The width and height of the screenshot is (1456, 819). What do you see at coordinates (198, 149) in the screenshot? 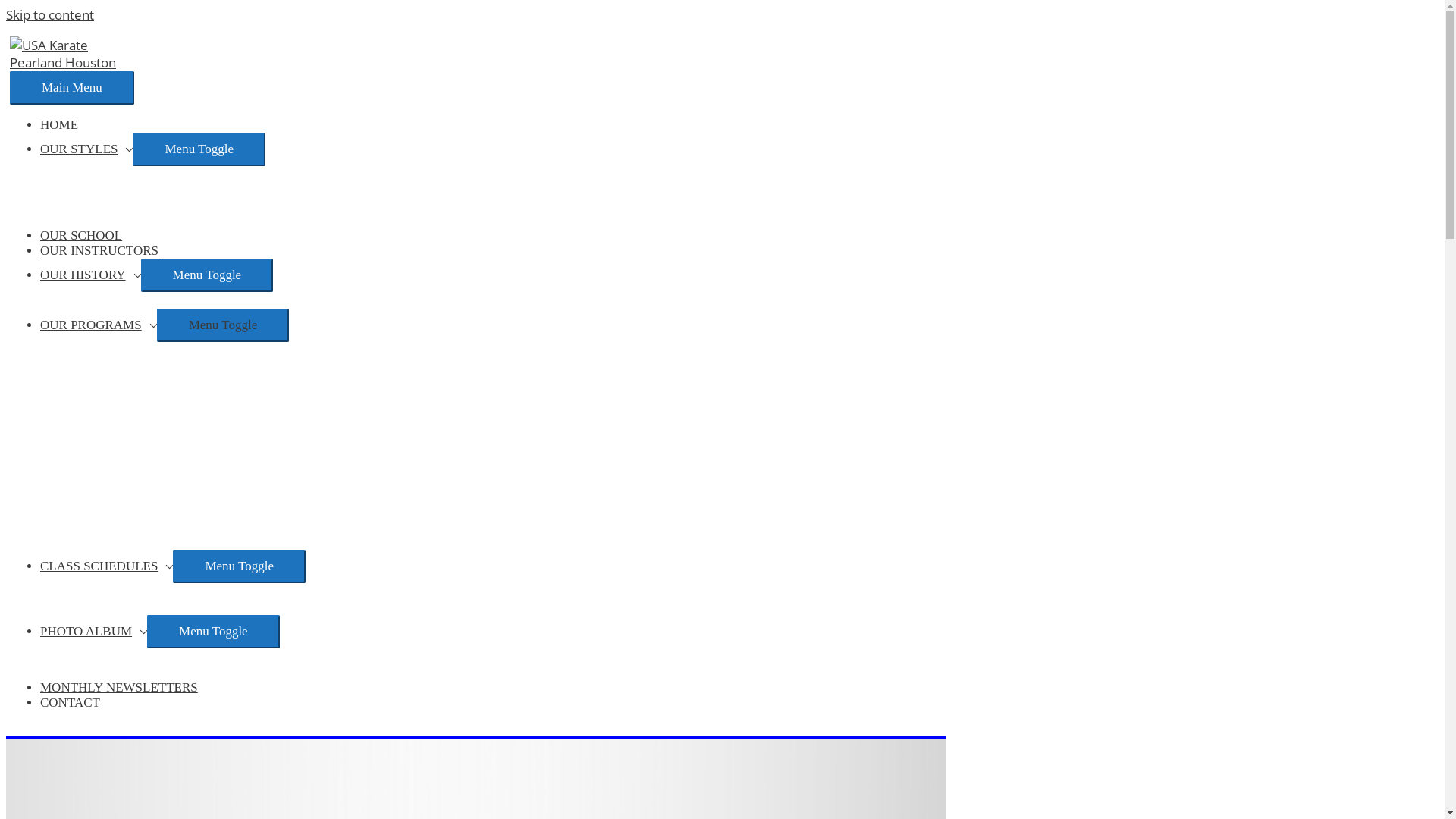
I see `'Menu Toggle'` at bounding box center [198, 149].